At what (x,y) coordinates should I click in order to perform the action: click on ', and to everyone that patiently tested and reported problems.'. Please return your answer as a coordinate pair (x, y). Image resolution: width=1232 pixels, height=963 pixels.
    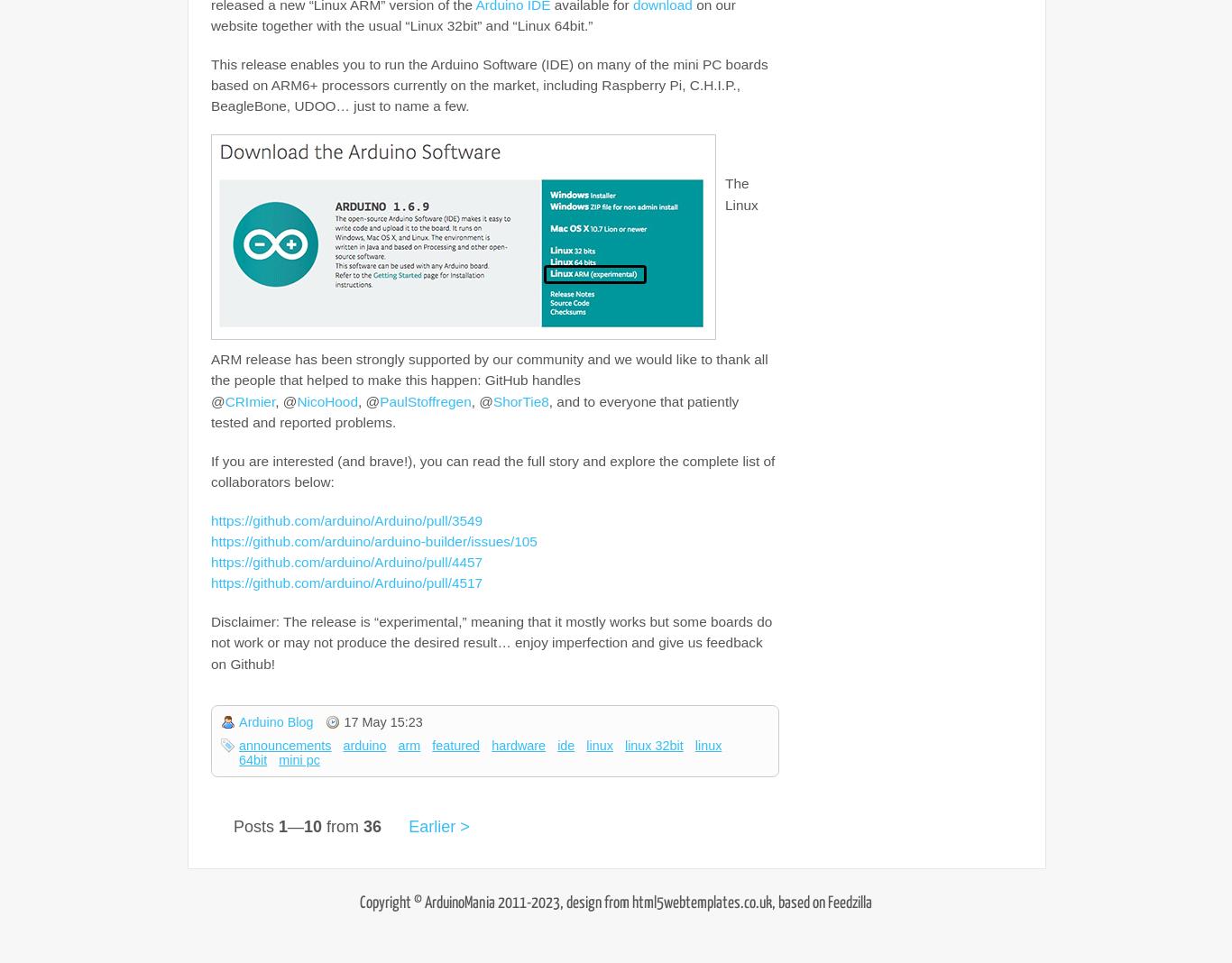
    Looking at the image, I should click on (474, 411).